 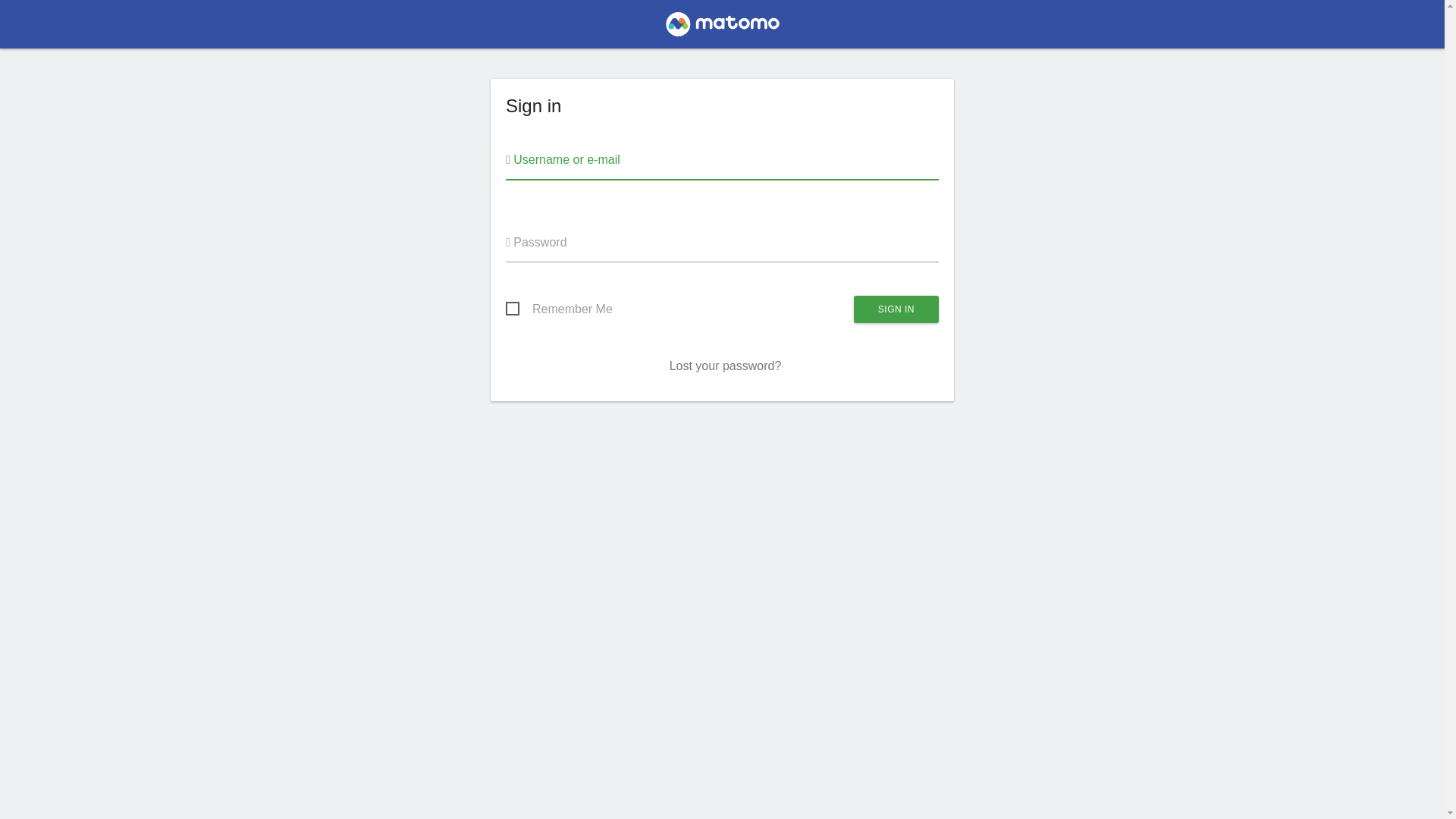 I want to click on 'Lost your password?', so click(x=724, y=366).